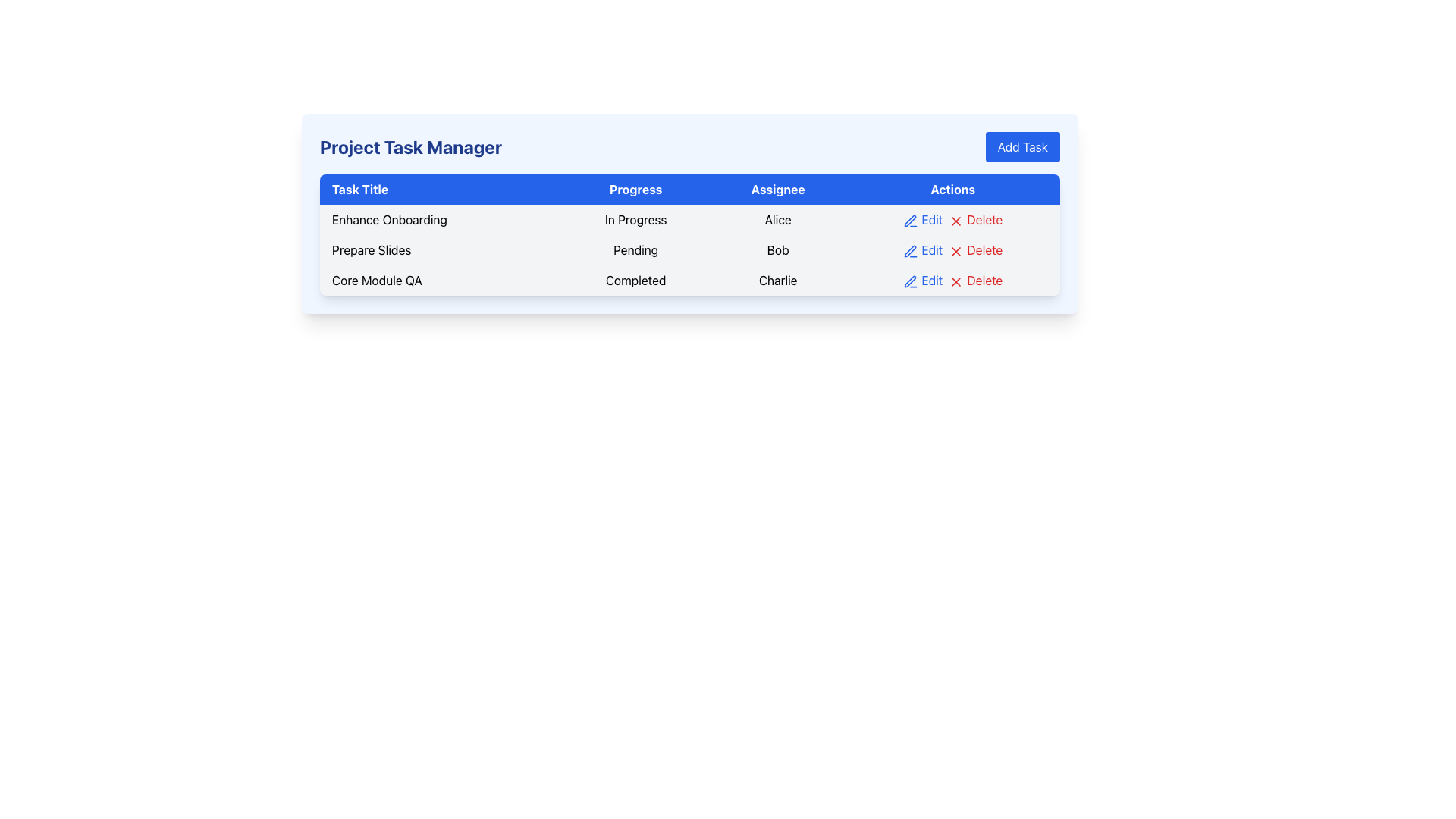  Describe the element at coordinates (955, 281) in the screenshot. I see `the small red 'X' icon button for delete functionality located in the 'Actions' column of the last row in the 'Project Task Manager' table` at that location.